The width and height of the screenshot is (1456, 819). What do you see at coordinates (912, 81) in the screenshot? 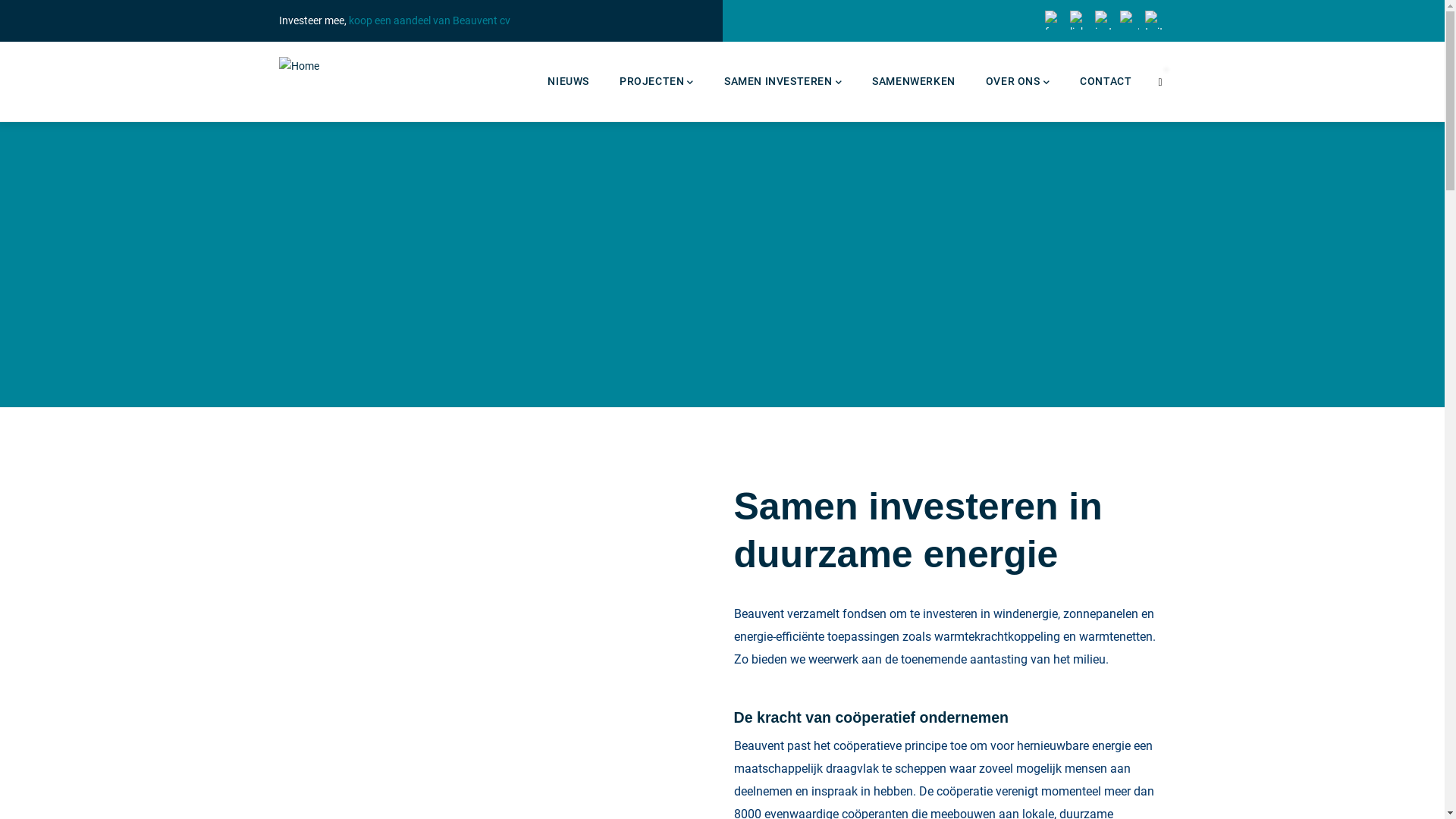
I see `'SAMENWERKEN'` at bounding box center [912, 81].